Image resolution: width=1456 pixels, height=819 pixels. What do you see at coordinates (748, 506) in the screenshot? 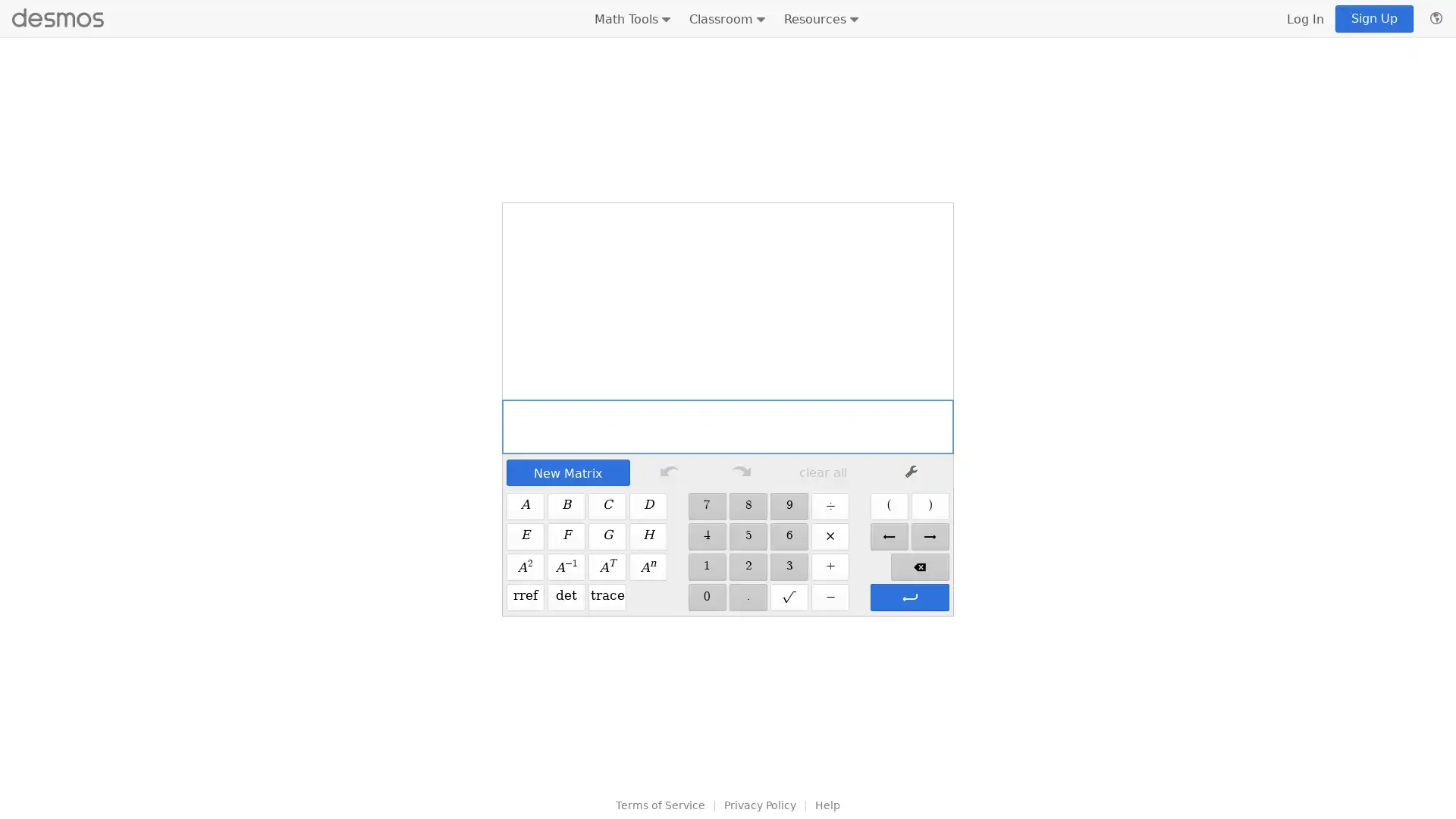
I see `8` at bounding box center [748, 506].